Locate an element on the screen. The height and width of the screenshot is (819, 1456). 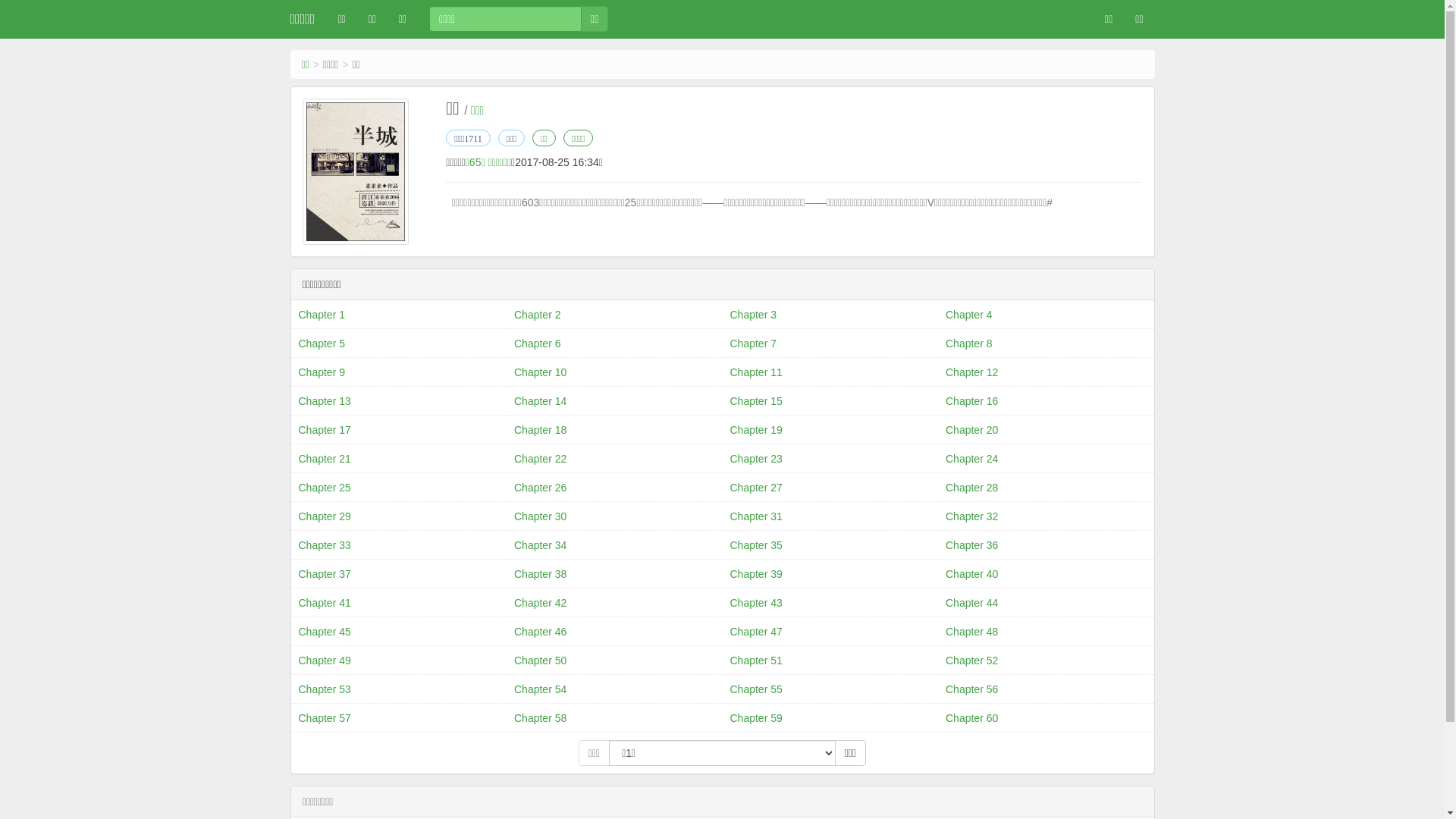
'Chapter 44' is located at coordinates (945, 601).